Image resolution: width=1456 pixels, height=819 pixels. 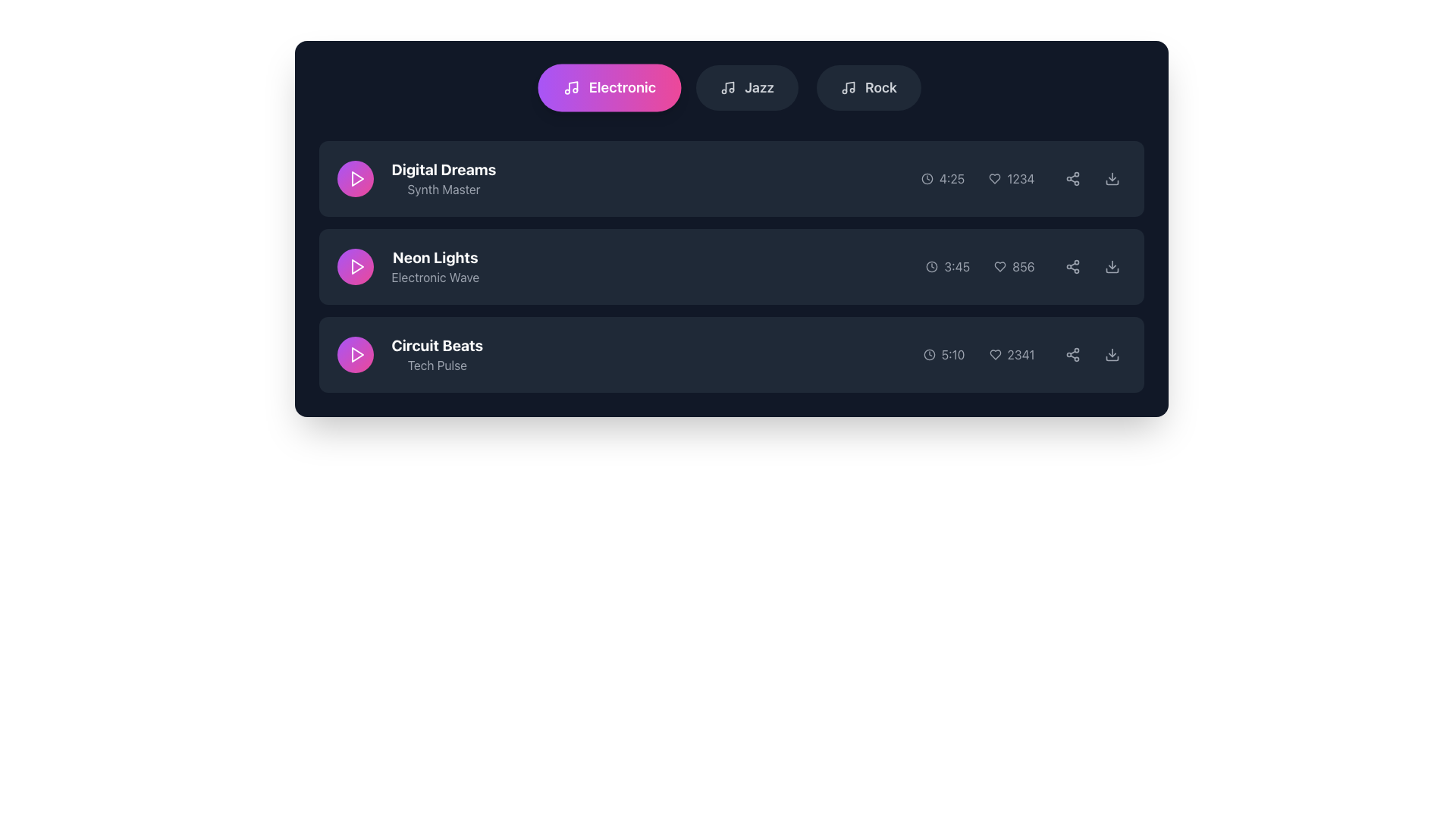 What do you see at coordinates (1112, 265) in the screenshot?
I see `the button located in the third column of the second row` at bounding box center [1112, 265].